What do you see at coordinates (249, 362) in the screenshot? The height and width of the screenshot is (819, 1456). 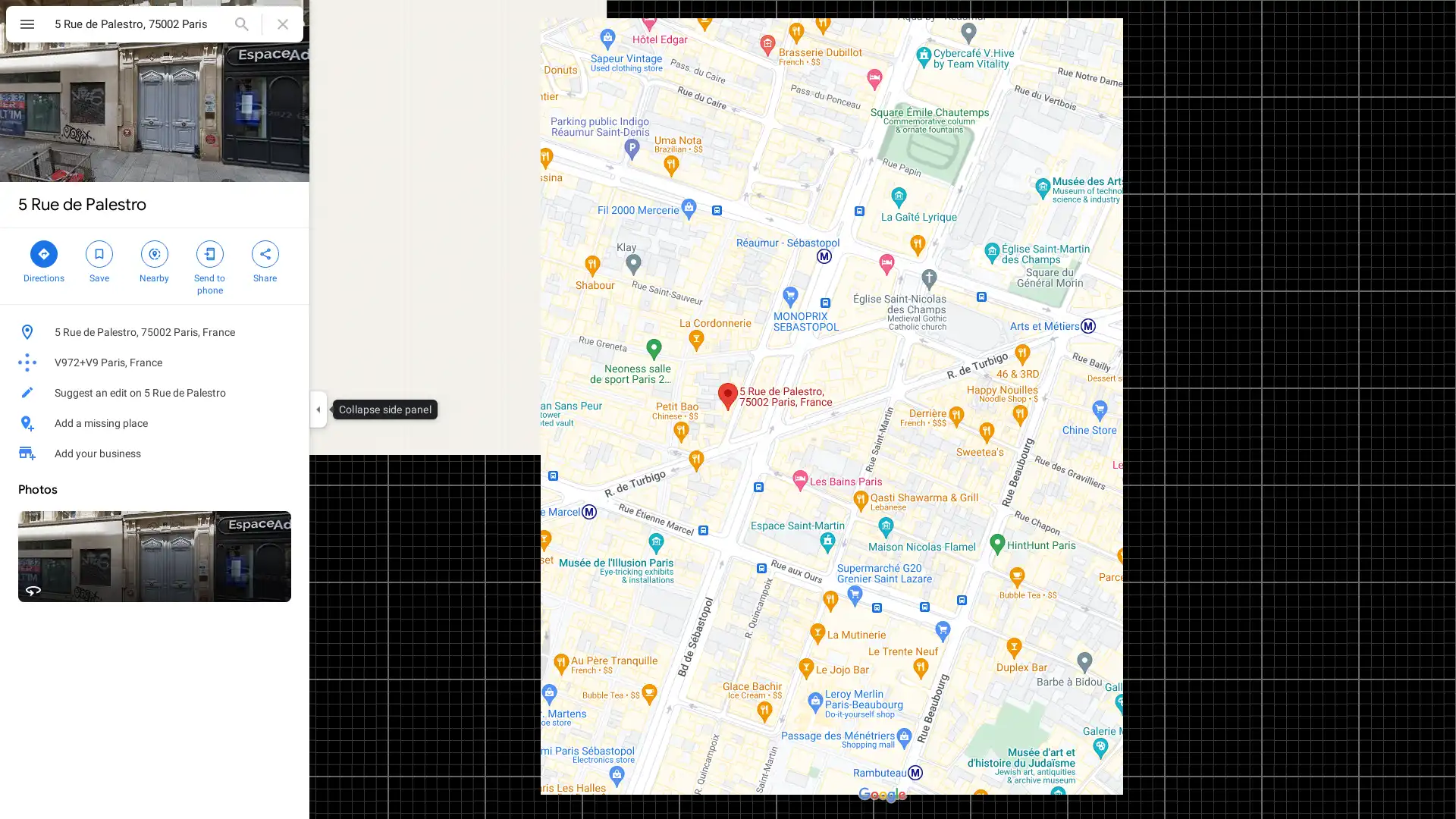 I see `Copy plus code` at bounding box center [249, 362].